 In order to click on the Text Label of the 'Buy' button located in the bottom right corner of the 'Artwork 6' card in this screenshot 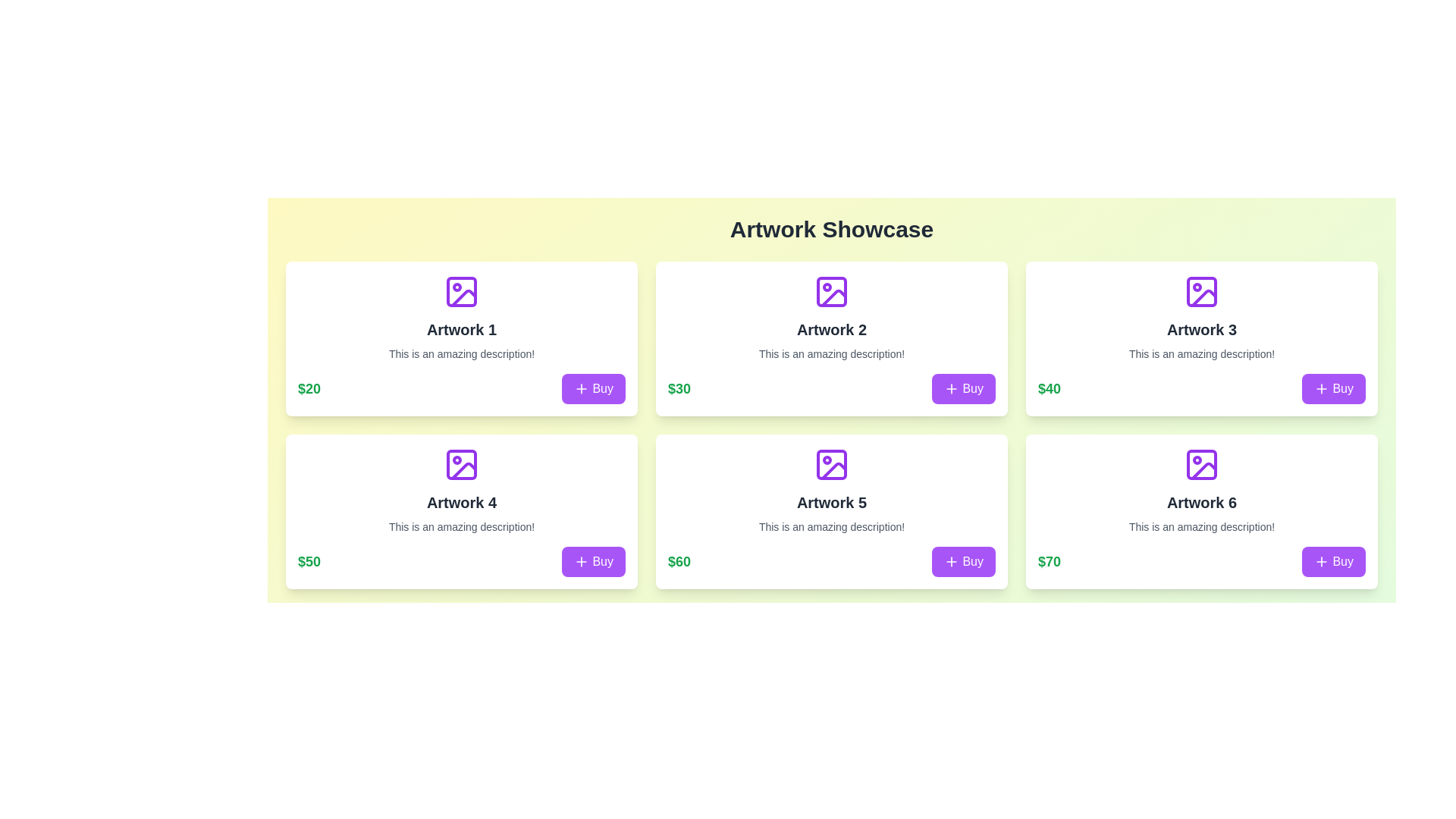, I will do `click(1343, 561)`.